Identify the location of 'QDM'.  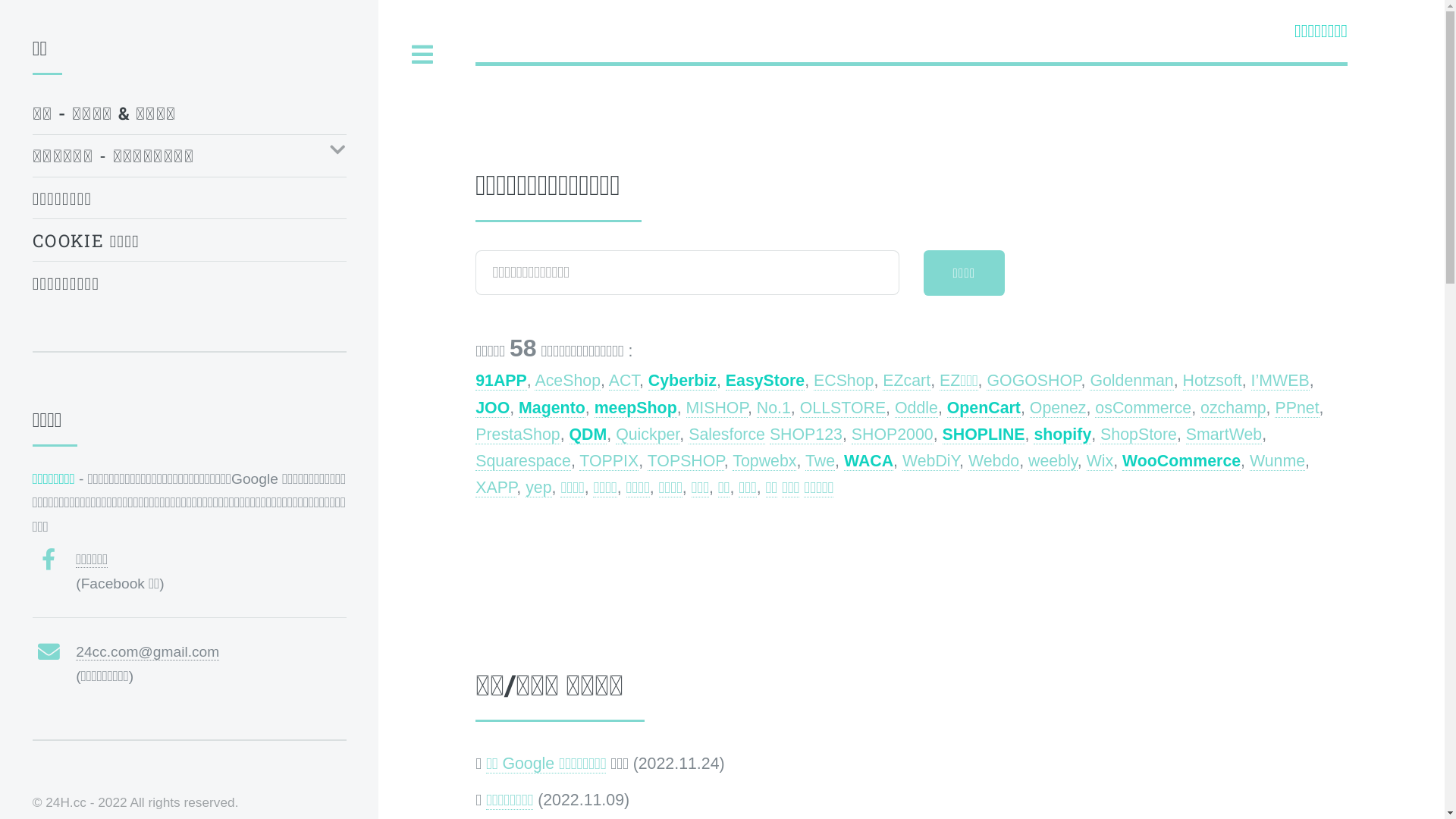
(586, 435).